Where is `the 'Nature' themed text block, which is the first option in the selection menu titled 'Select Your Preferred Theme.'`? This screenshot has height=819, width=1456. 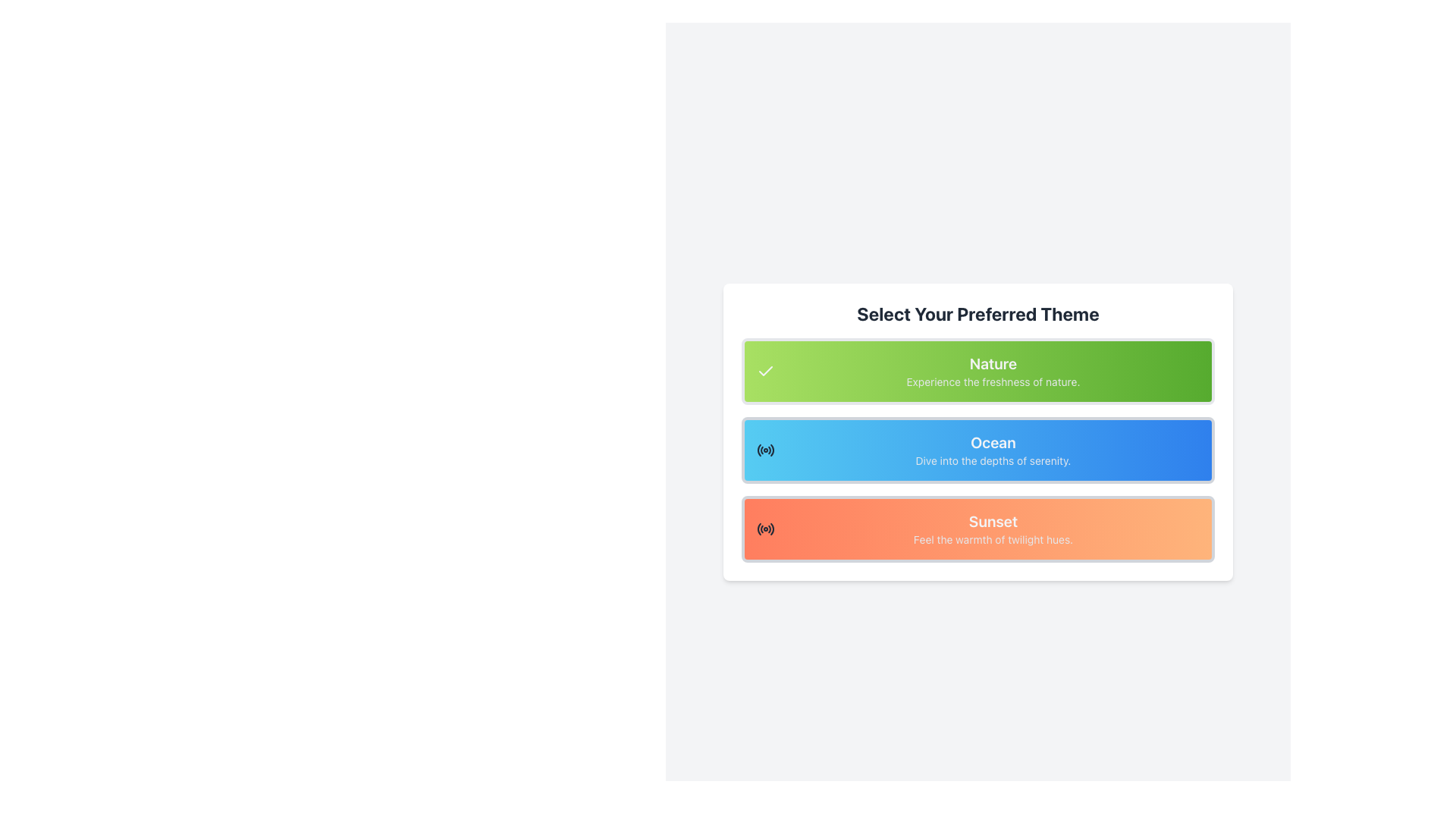
the 'Nature' themed text block, which is the first option in the selection menu titled 'Select Your Preferred Theme.' is located at coordinates (993, 371).